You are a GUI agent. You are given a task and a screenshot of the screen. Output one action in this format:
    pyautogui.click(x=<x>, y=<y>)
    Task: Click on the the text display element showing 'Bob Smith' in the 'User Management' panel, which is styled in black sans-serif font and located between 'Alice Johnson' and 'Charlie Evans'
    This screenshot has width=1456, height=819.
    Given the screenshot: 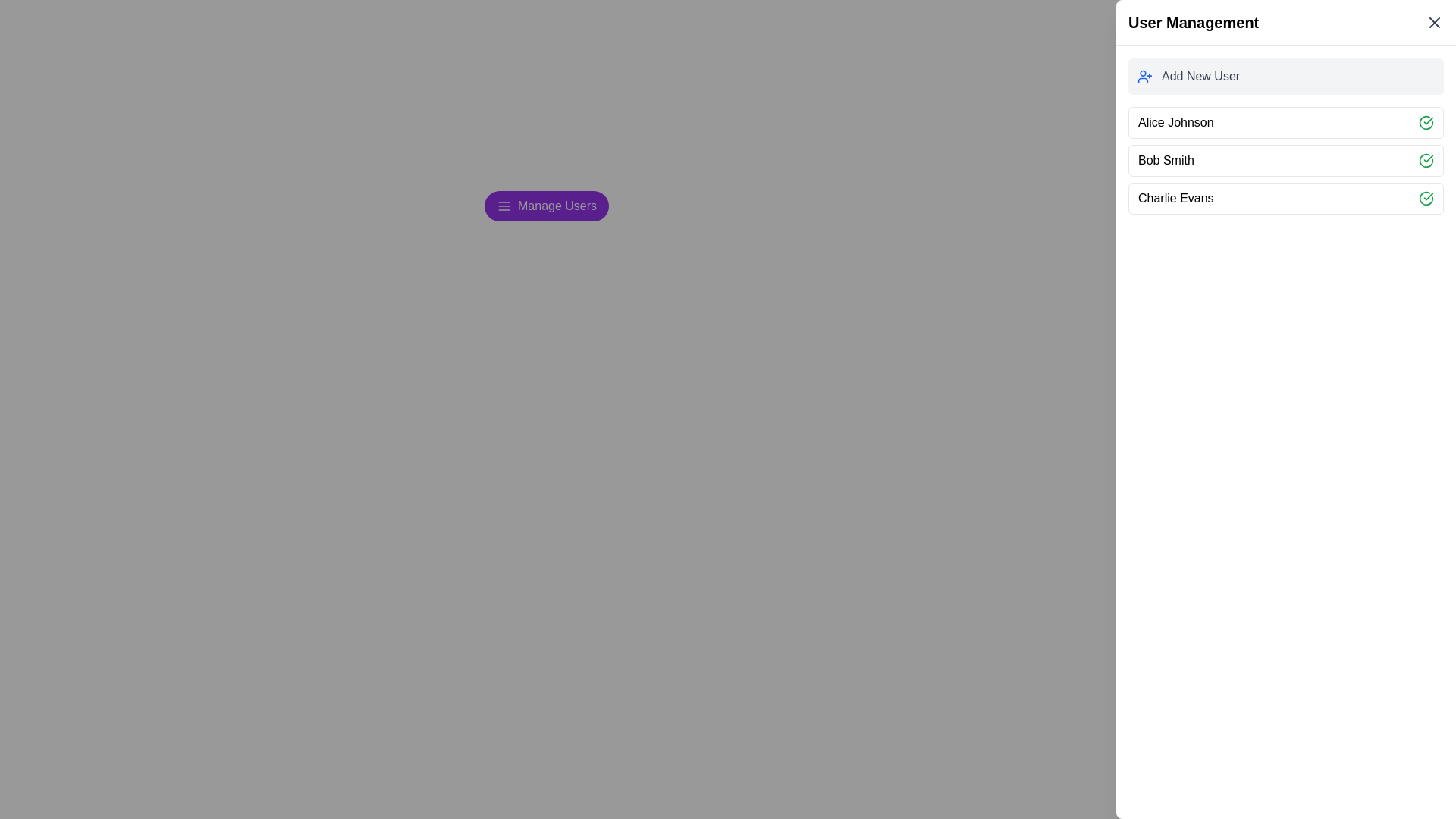 What is the action you would take?
    pyautogui.click(x=1165, y=161)
    